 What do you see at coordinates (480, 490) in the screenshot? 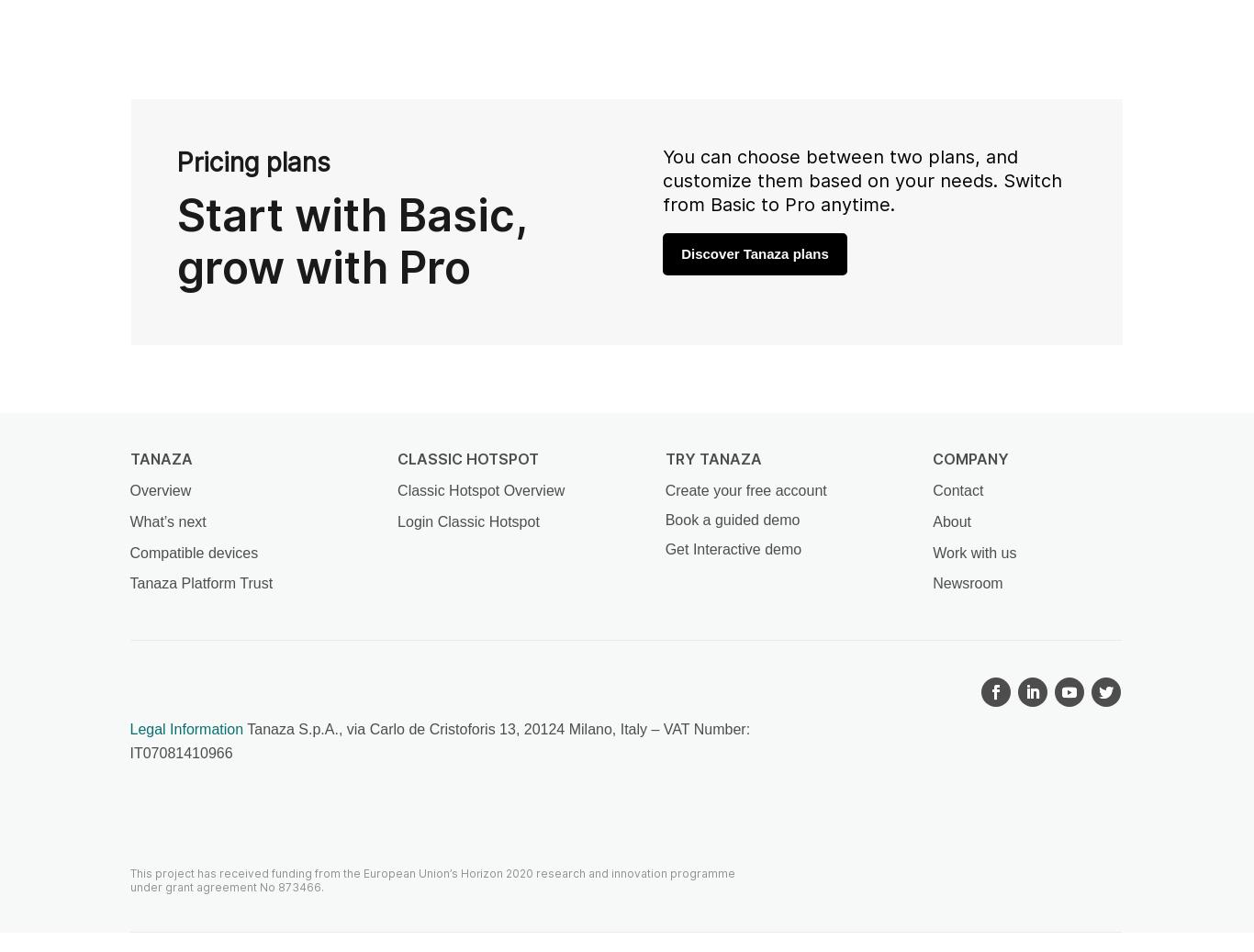
I see `'Classic Hotspot Overview'` at bounding box center [480, 490].